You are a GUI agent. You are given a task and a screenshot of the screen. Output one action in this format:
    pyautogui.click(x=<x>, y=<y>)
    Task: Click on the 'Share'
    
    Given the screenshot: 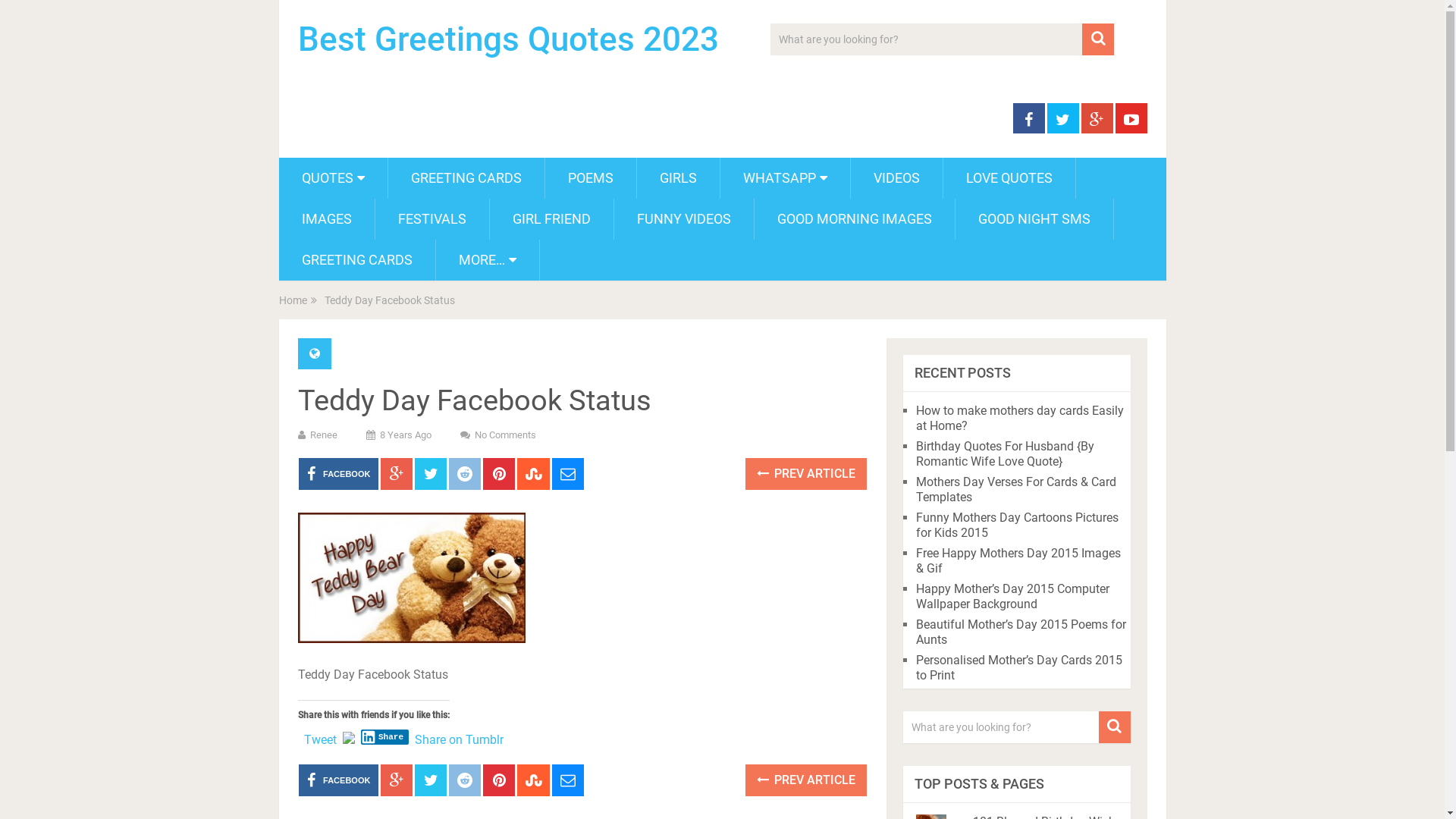 What is the action you would take?
    pyautogui.click(x=385, y=736)
    